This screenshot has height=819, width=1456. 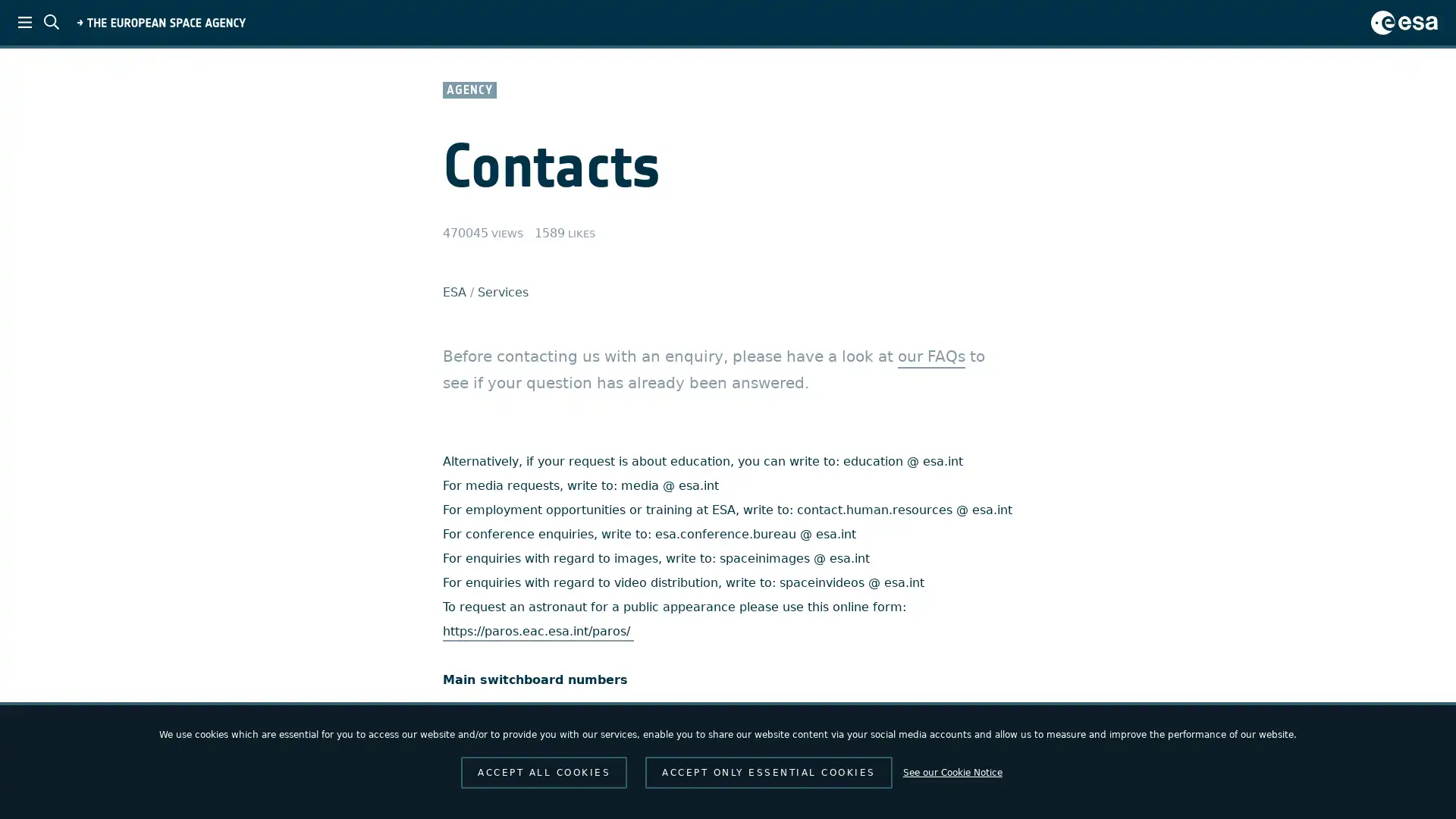 I want to click on ESA menu toggle, so click(x=25, y=23).